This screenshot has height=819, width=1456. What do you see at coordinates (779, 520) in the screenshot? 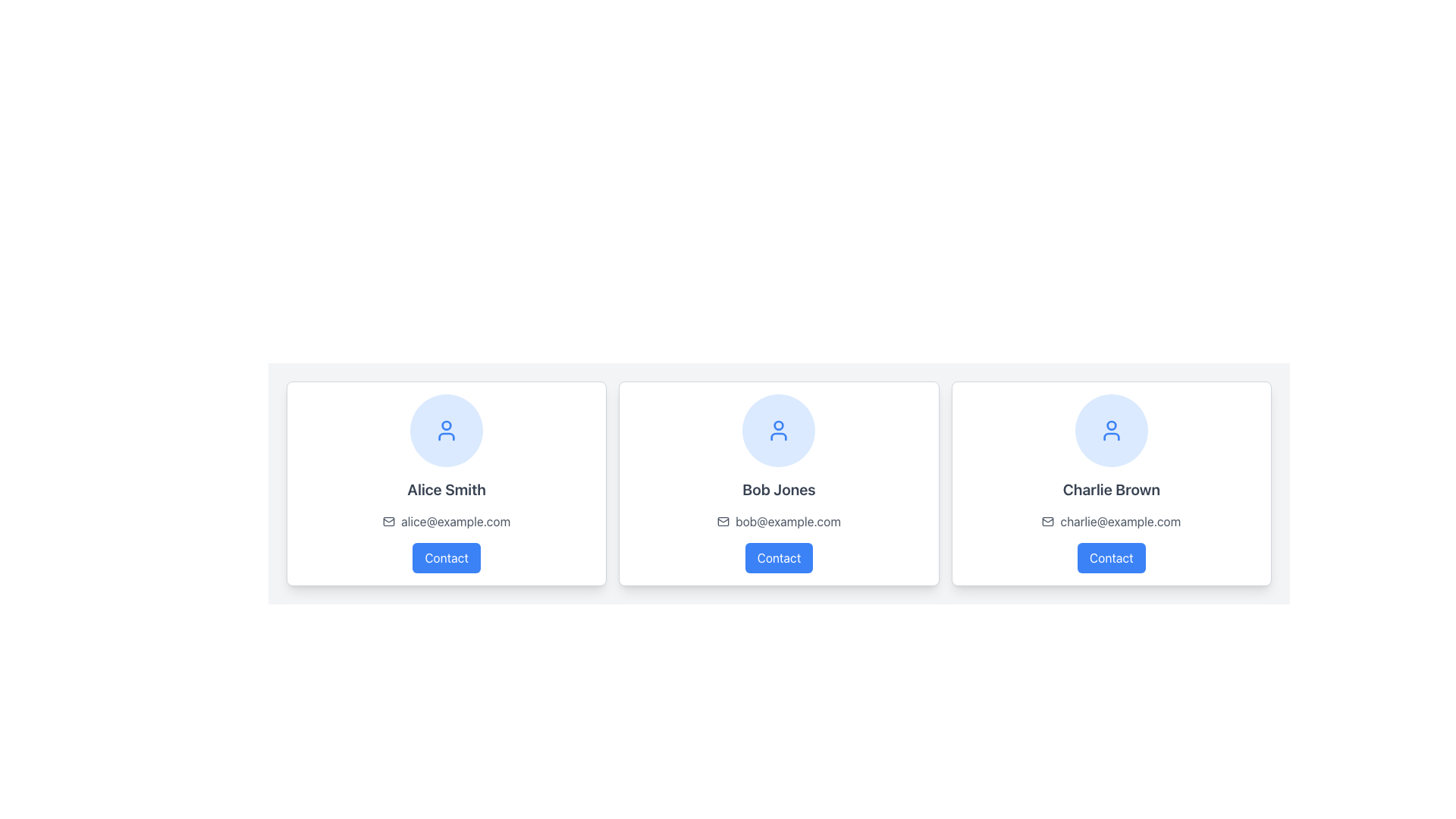
I see `the email address 'bob@example.com' of 'Bob Jones' for copying, which is positioned below the name in the profile card and above the 'Contact' button` at bounding box center [779, 520].